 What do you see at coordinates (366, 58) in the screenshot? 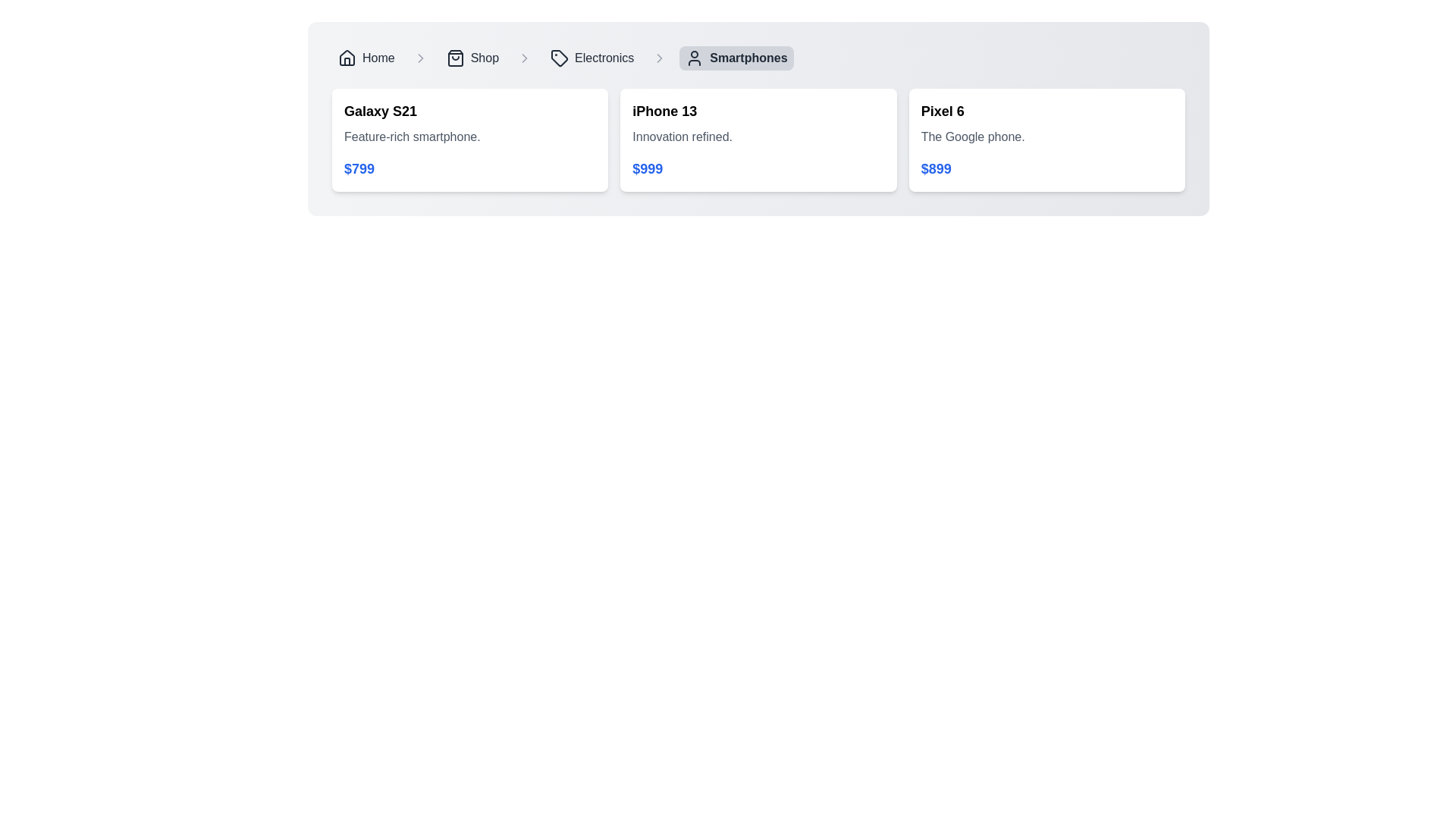
I see `the Breadcrumb Navigation Link located at the far left end of the breadcrumb navigation bar to change its background color` at bounding box center [366, 58].